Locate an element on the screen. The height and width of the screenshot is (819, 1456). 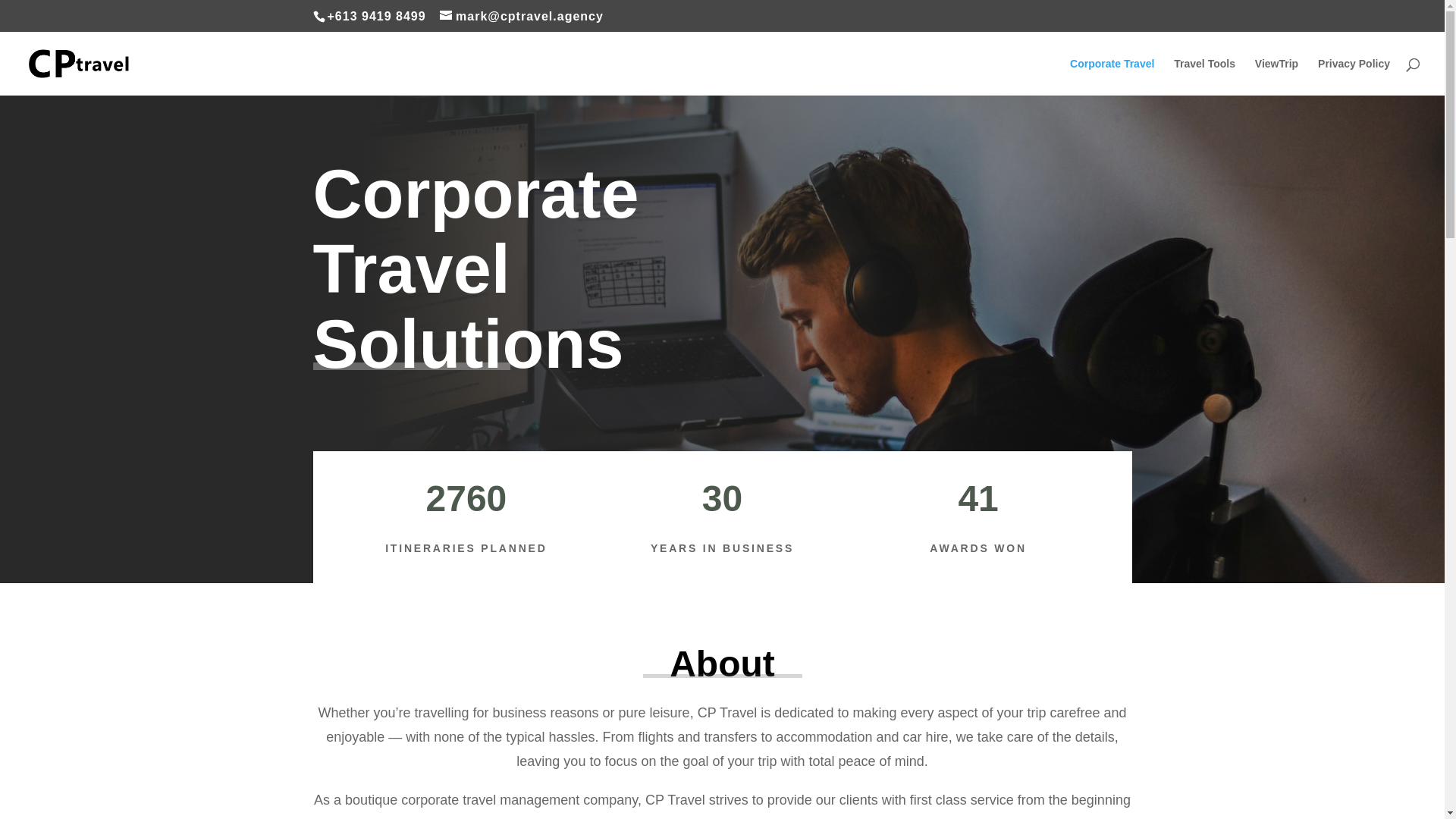
'mark@cptravel.agency' is located at coordinates (521, 16).